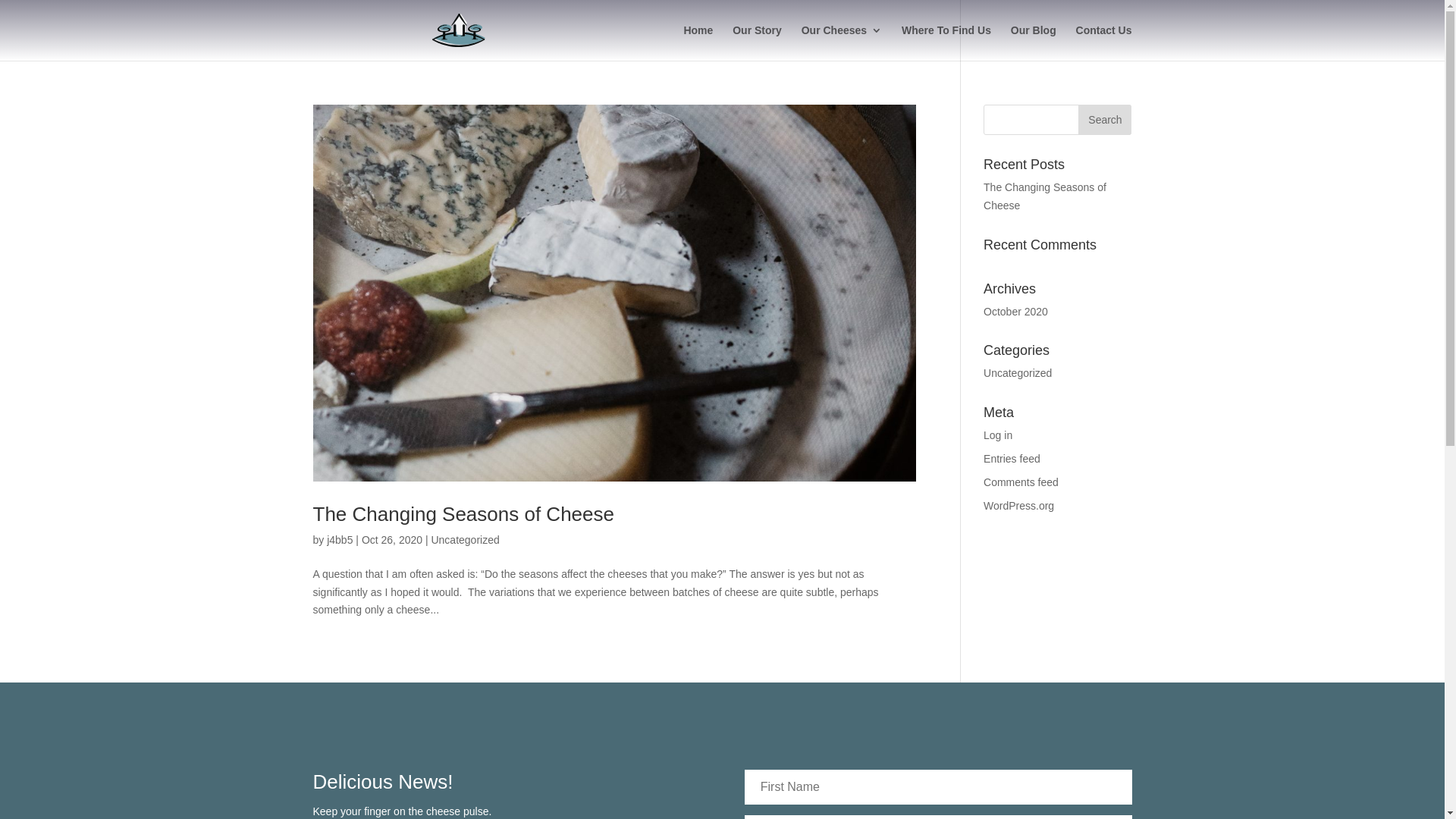 The image size is (1456, 819). Describe the element at coordinates (997, 435) in the screenshot. I see `'Log in'` at that location.